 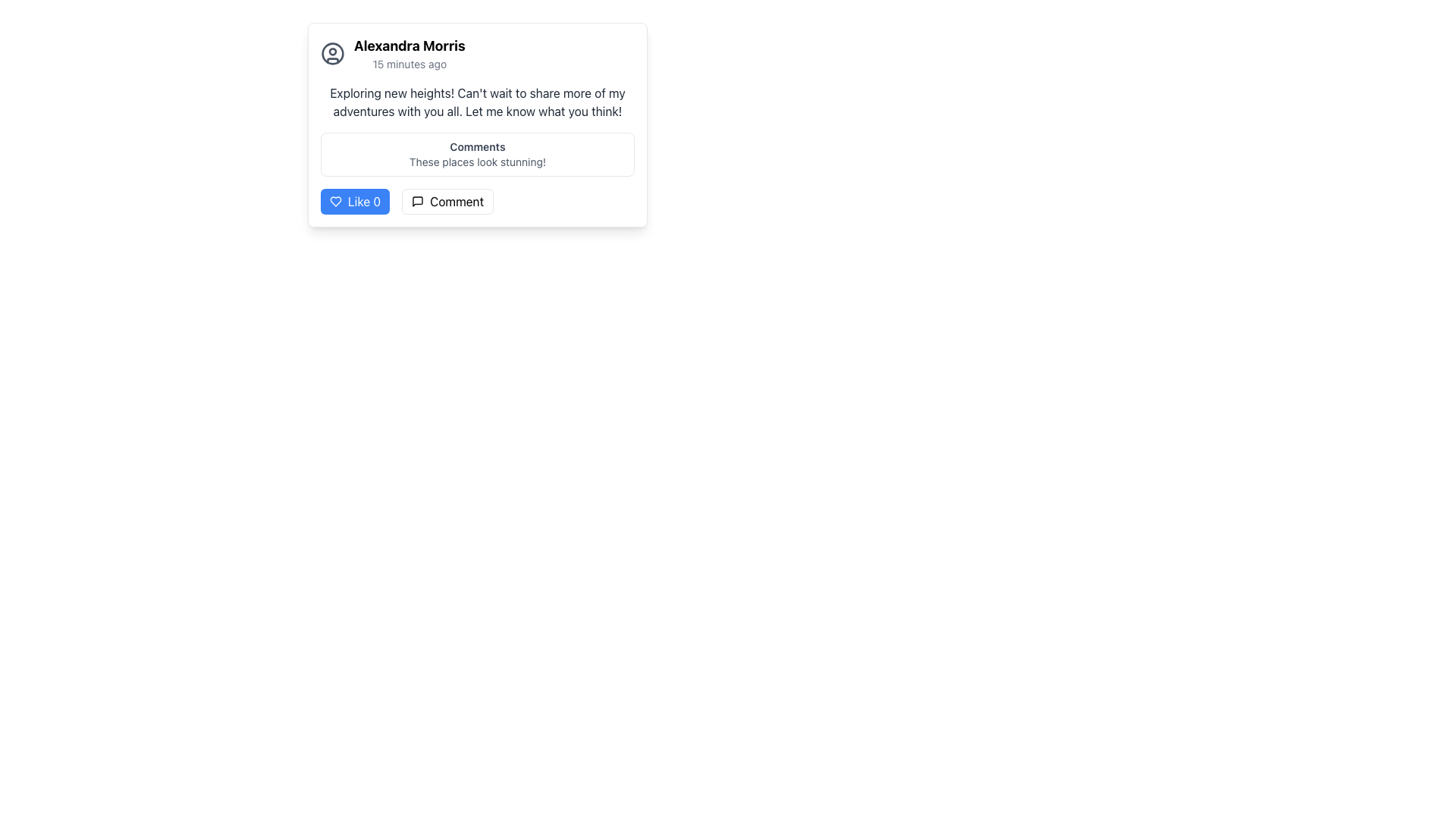 What do you see at coordinates (418, 201) in the screenshot?
I see `the speech bubble icon inside the 'Comment' button located at the bottom of the card interface` at bounding box center [418, 201].